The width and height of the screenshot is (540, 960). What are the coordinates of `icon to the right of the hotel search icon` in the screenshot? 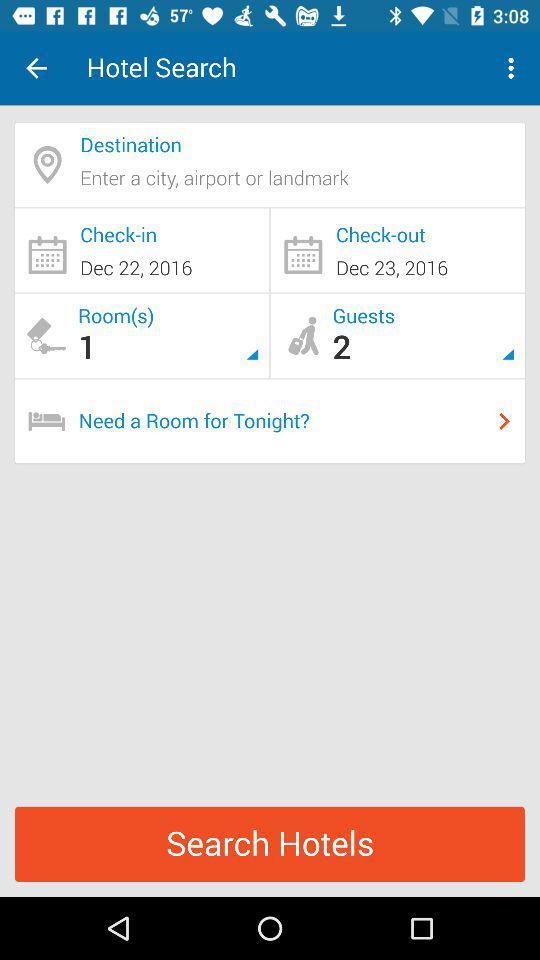 It's located at (513, 68).